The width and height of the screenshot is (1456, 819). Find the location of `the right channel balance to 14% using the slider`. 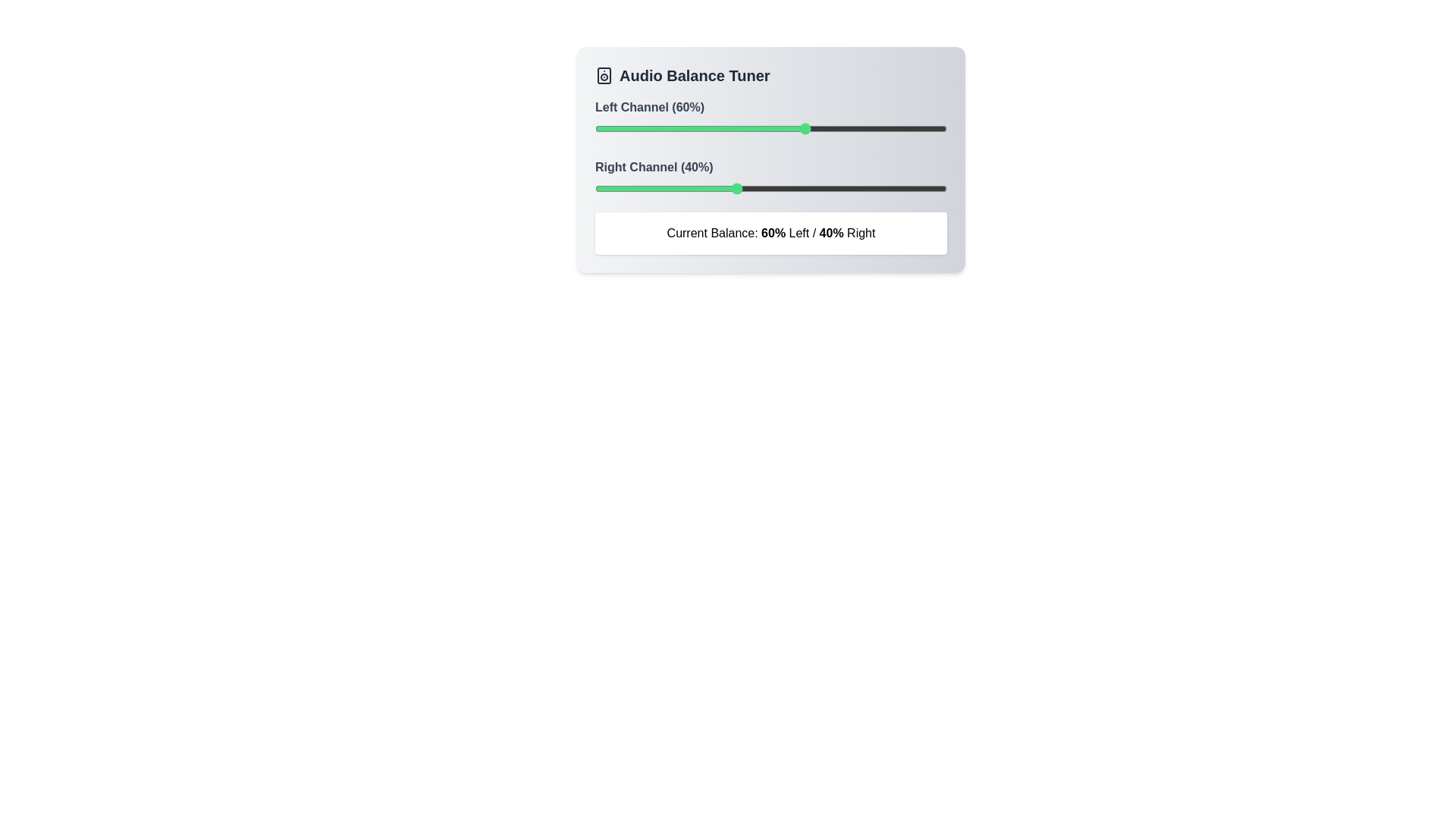

the right channel balance to 14% using the slider is located at coordinates (644, 188).